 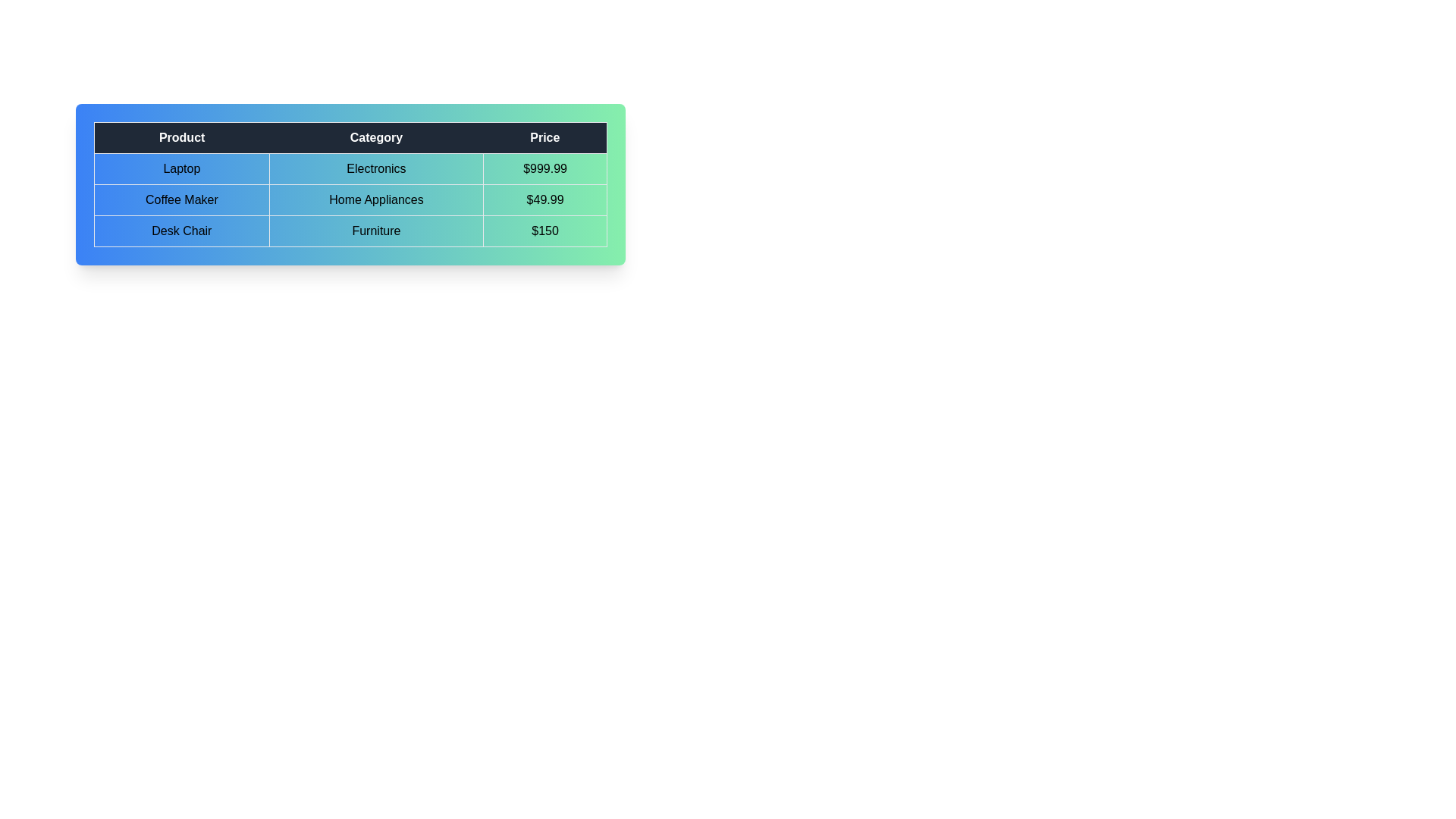 What do you see at coordinates (350, 231) in the screenshot?
I see `the third row in the table displaying details about the product 'Desk Chair'` at bounding box center [350, 231].